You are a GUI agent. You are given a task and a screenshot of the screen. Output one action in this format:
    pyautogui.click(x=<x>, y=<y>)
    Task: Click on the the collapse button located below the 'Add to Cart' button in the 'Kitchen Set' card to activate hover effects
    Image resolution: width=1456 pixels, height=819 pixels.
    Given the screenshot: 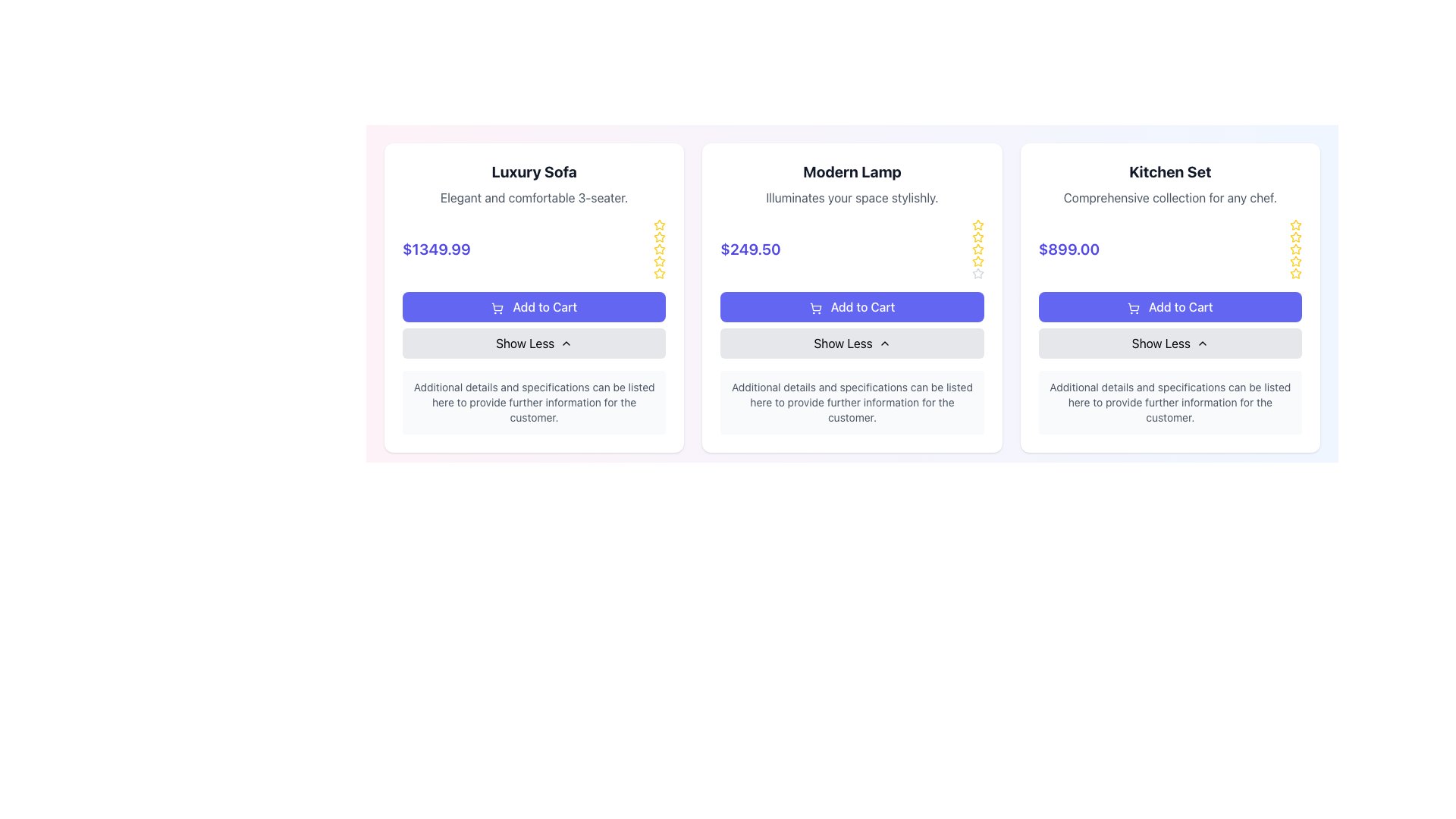 What is the action you would take?
    pyautogui.click(x=1169, y=343)
    